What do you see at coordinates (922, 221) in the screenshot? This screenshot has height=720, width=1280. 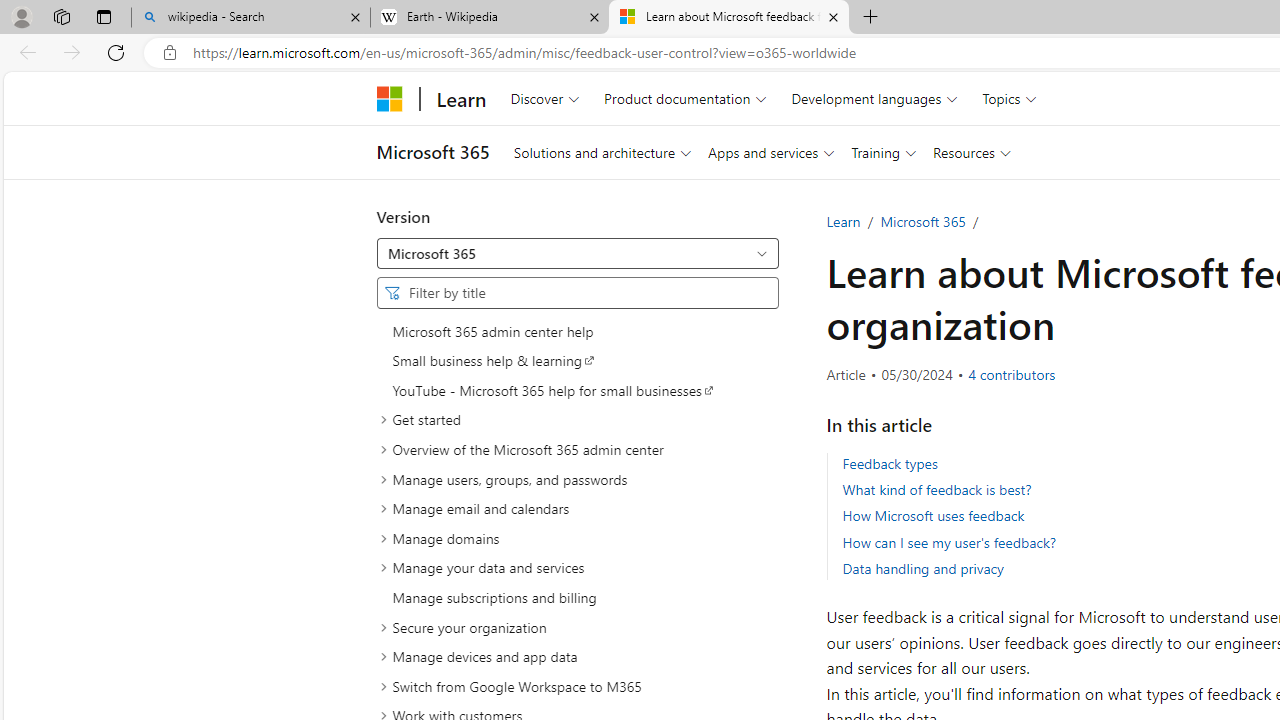 I see `'Microsoft 365'` at bounding box center [922, 221].